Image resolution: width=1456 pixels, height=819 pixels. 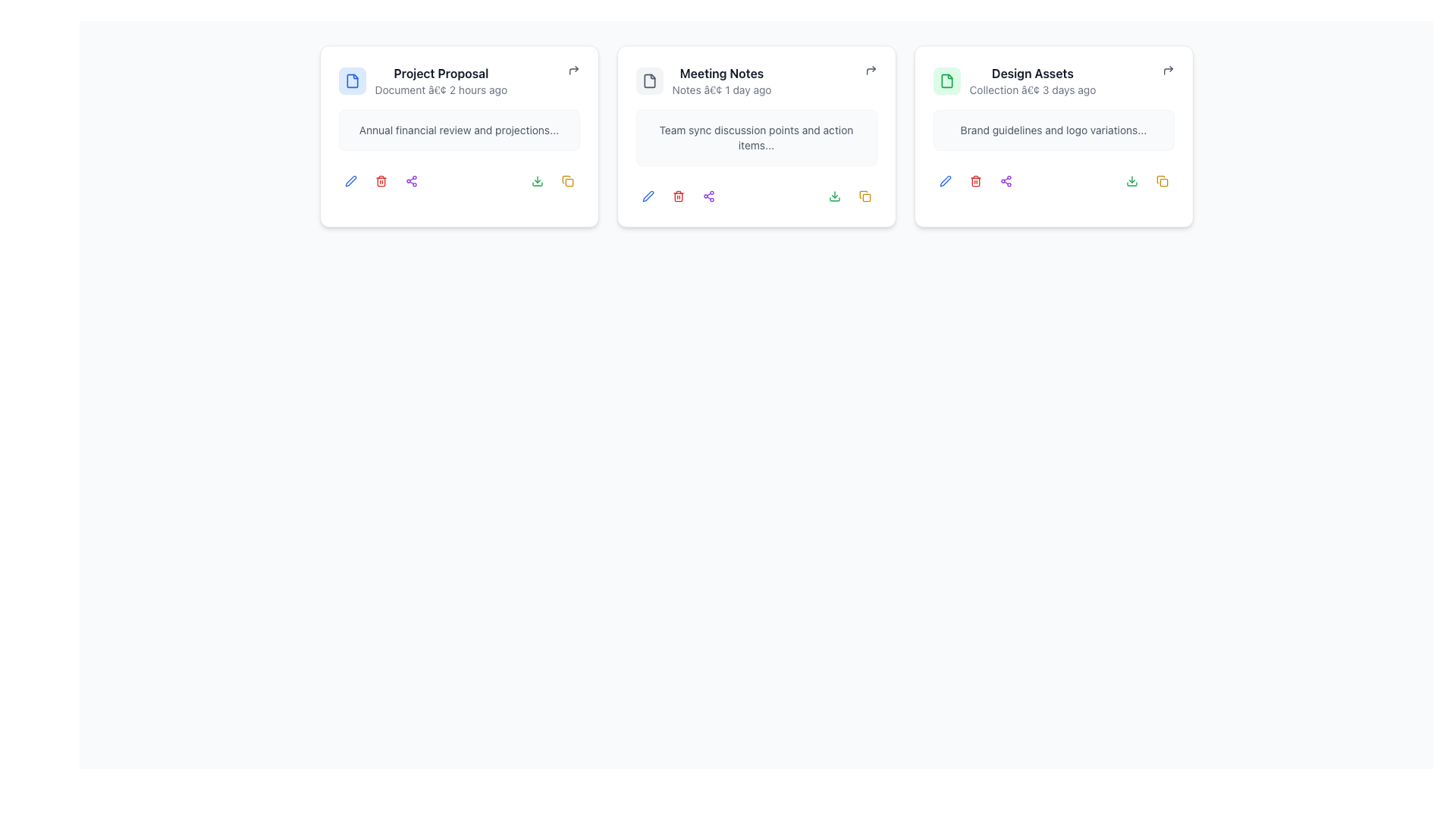 What do you see at coordinates (568, 181) in the screenshot?
I see `the small rectangular shape with rounded corners located in the top-right area of the 'Project Proposal' card` at bounding box center [568, 181].